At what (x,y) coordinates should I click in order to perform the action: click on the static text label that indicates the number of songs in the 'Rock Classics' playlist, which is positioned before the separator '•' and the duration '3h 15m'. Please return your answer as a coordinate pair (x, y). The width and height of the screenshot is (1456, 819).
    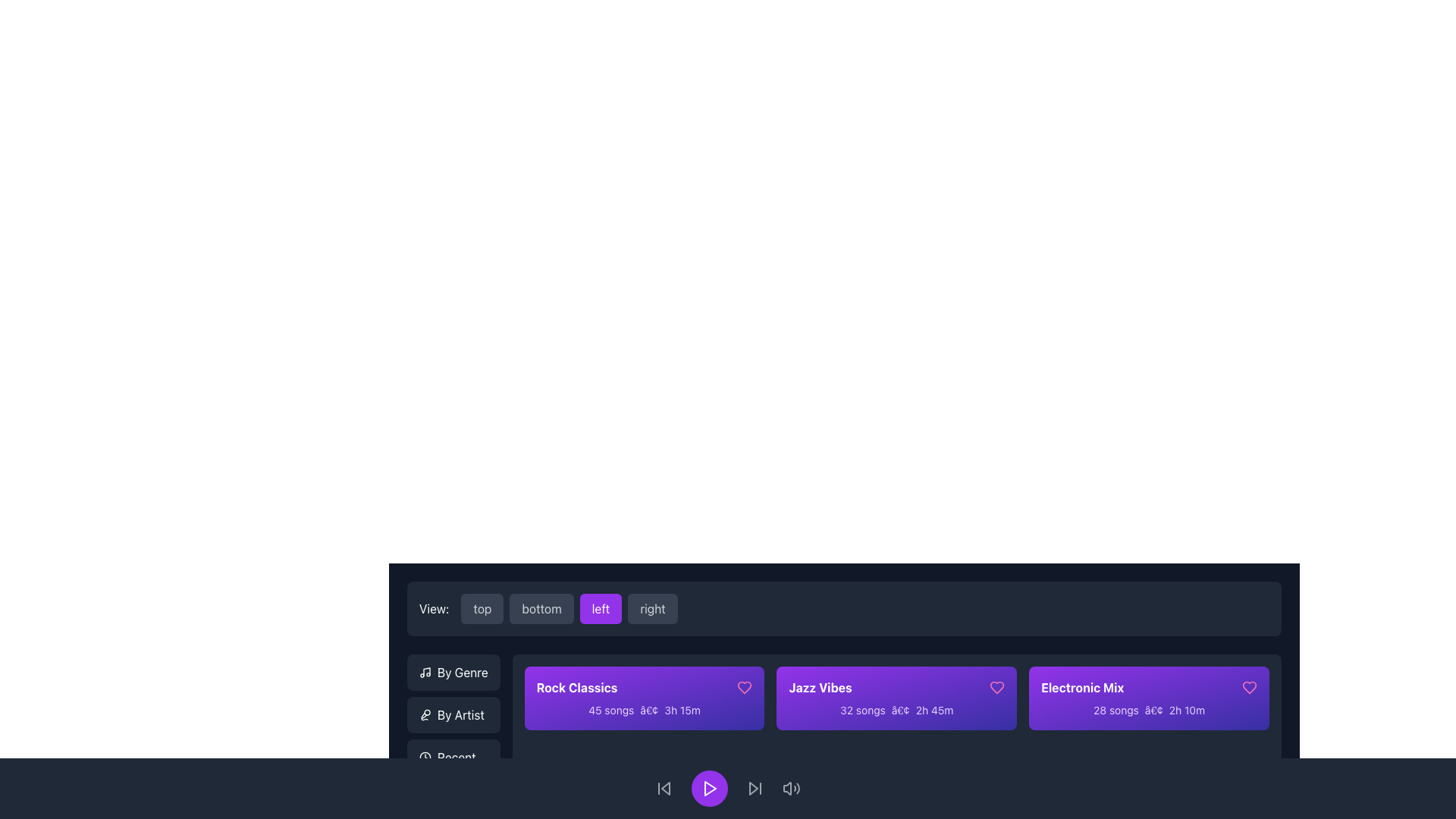
    Looking at the image, I should click on (611, 710).